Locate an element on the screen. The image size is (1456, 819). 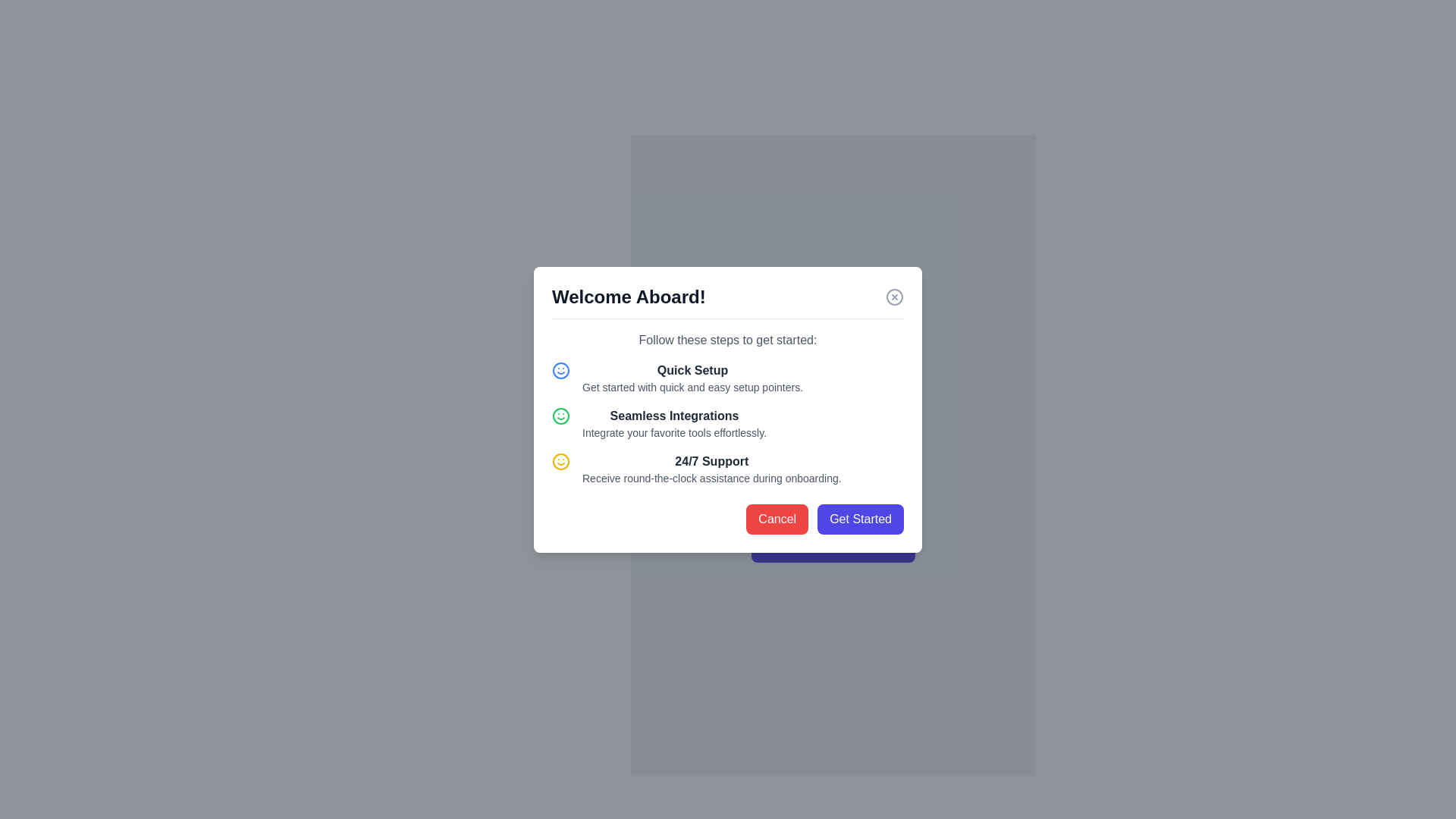
the text block labeled '24/7 Support' which features a bold header and a description, positioned between 'Seamless Integrations' and the action buttons in the modal dialog is located at coordinates (711, 468).